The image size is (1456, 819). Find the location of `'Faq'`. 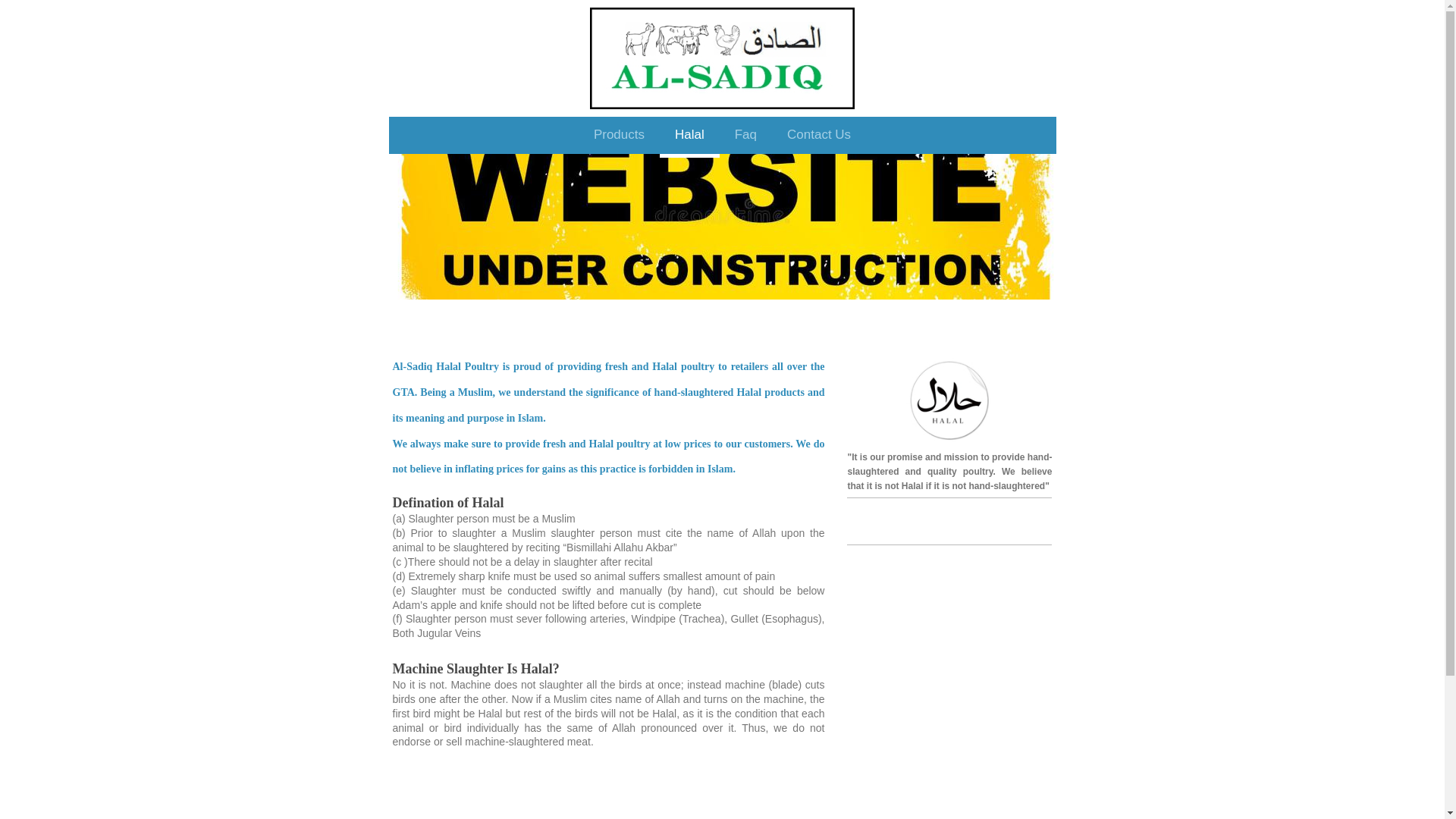

'Faq' is located at coordinates (719, 137).